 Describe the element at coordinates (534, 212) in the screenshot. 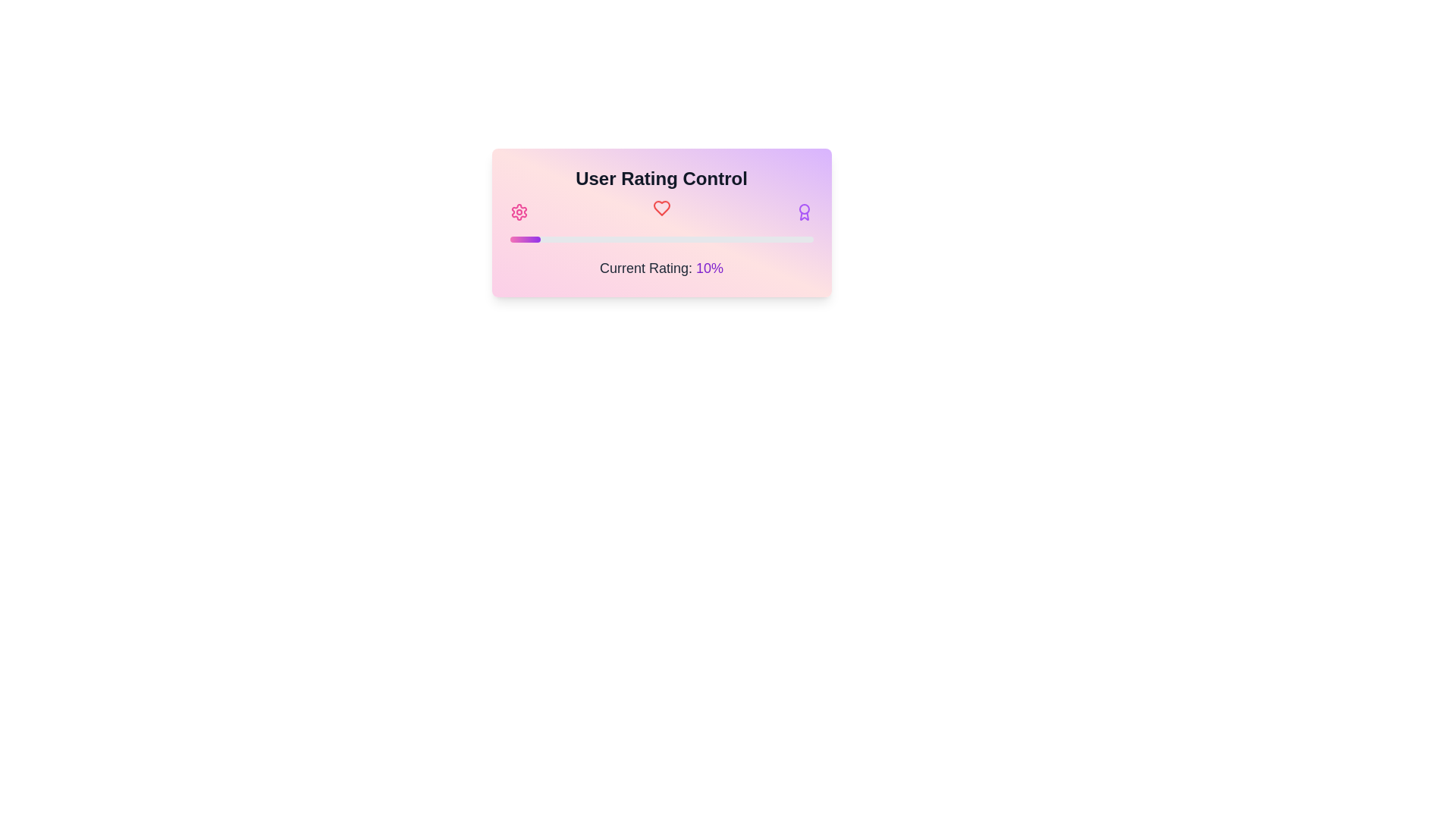

I see `the rating value` at that location.